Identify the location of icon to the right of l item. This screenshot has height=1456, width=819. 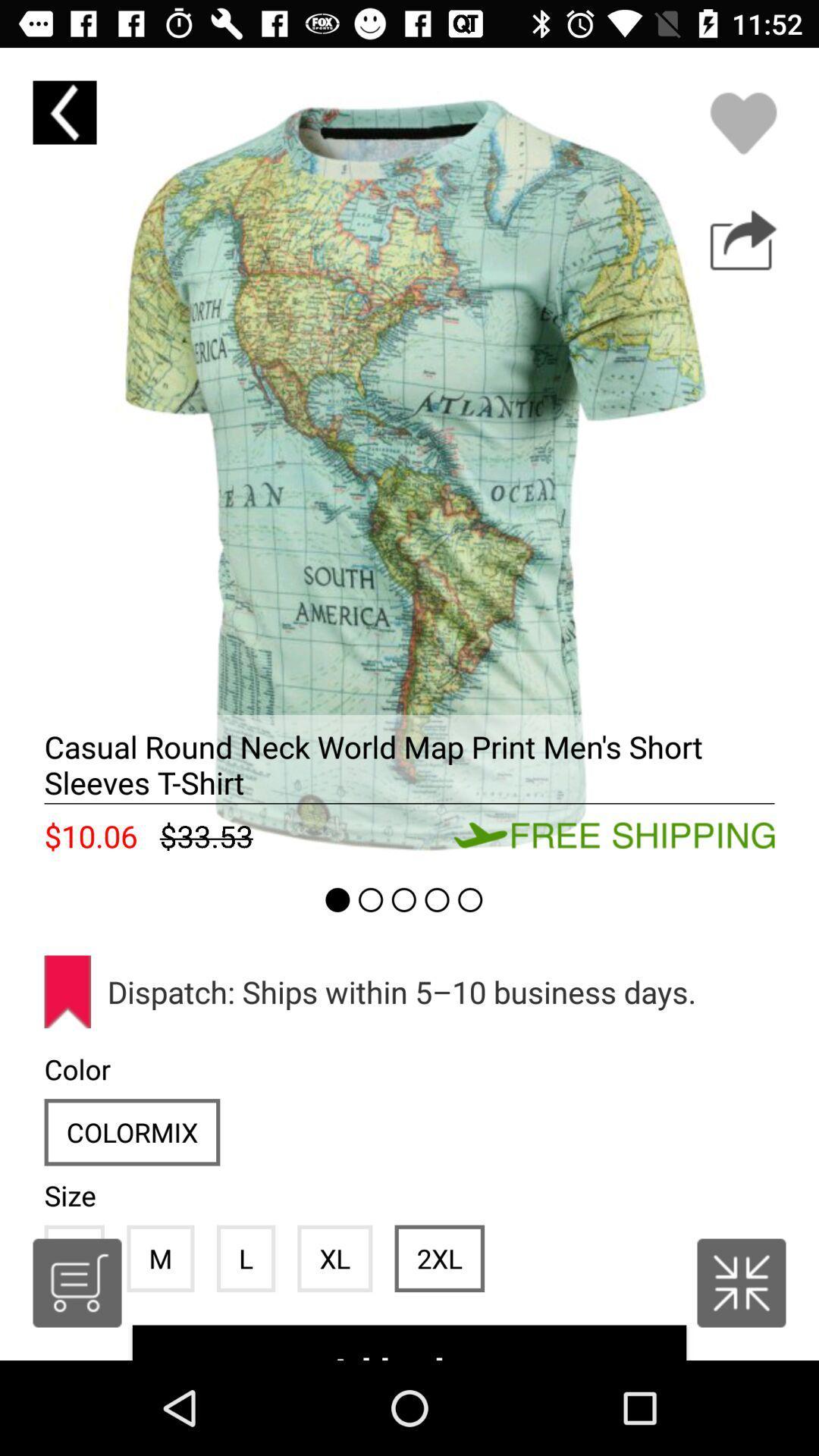
(334, 1258).